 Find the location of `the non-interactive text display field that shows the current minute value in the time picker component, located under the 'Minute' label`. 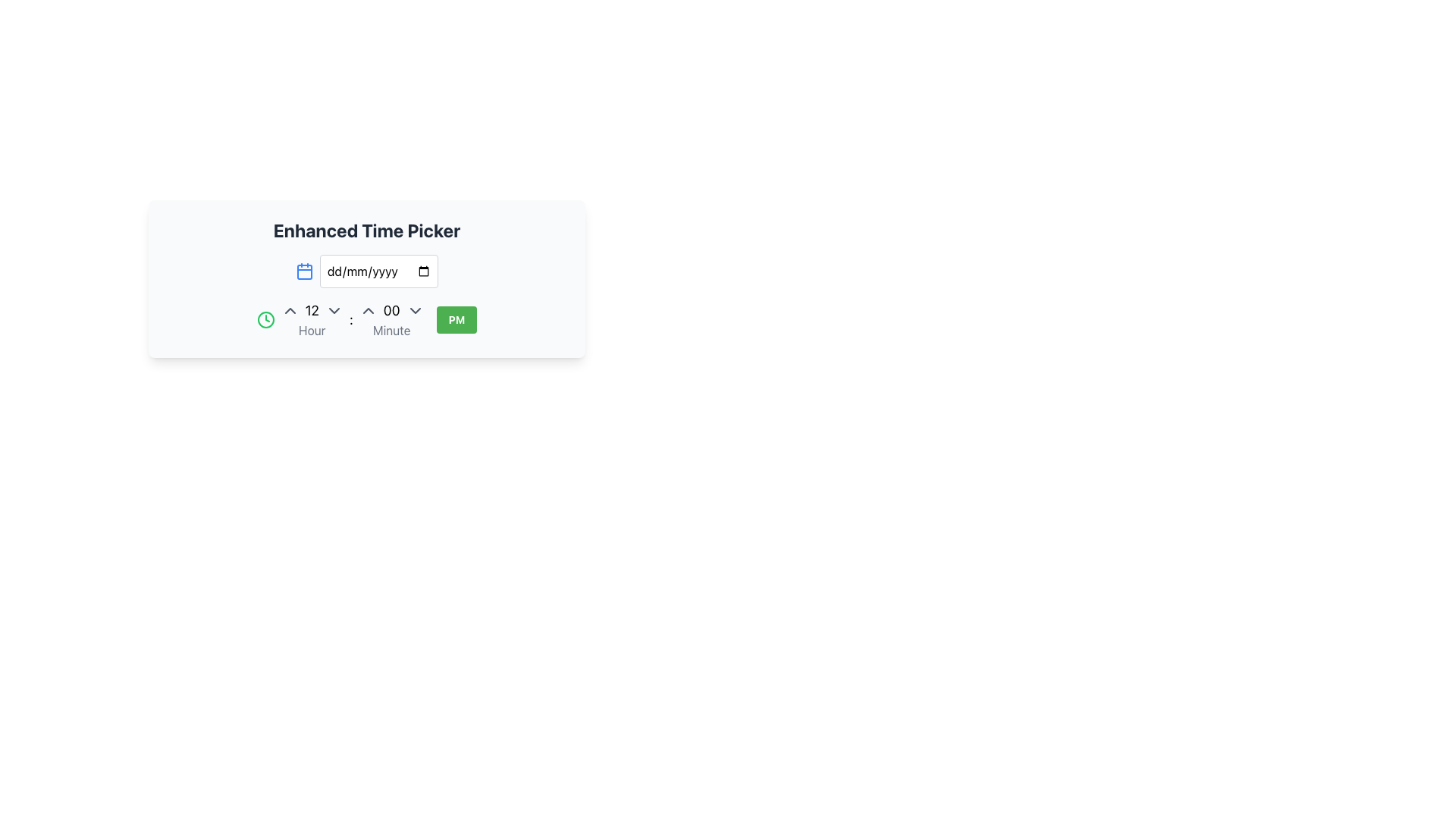

the non-interactive text display field that shows the current minute value in the time picker component, located under the 'Minute' label is located at coordinates (391, 309).